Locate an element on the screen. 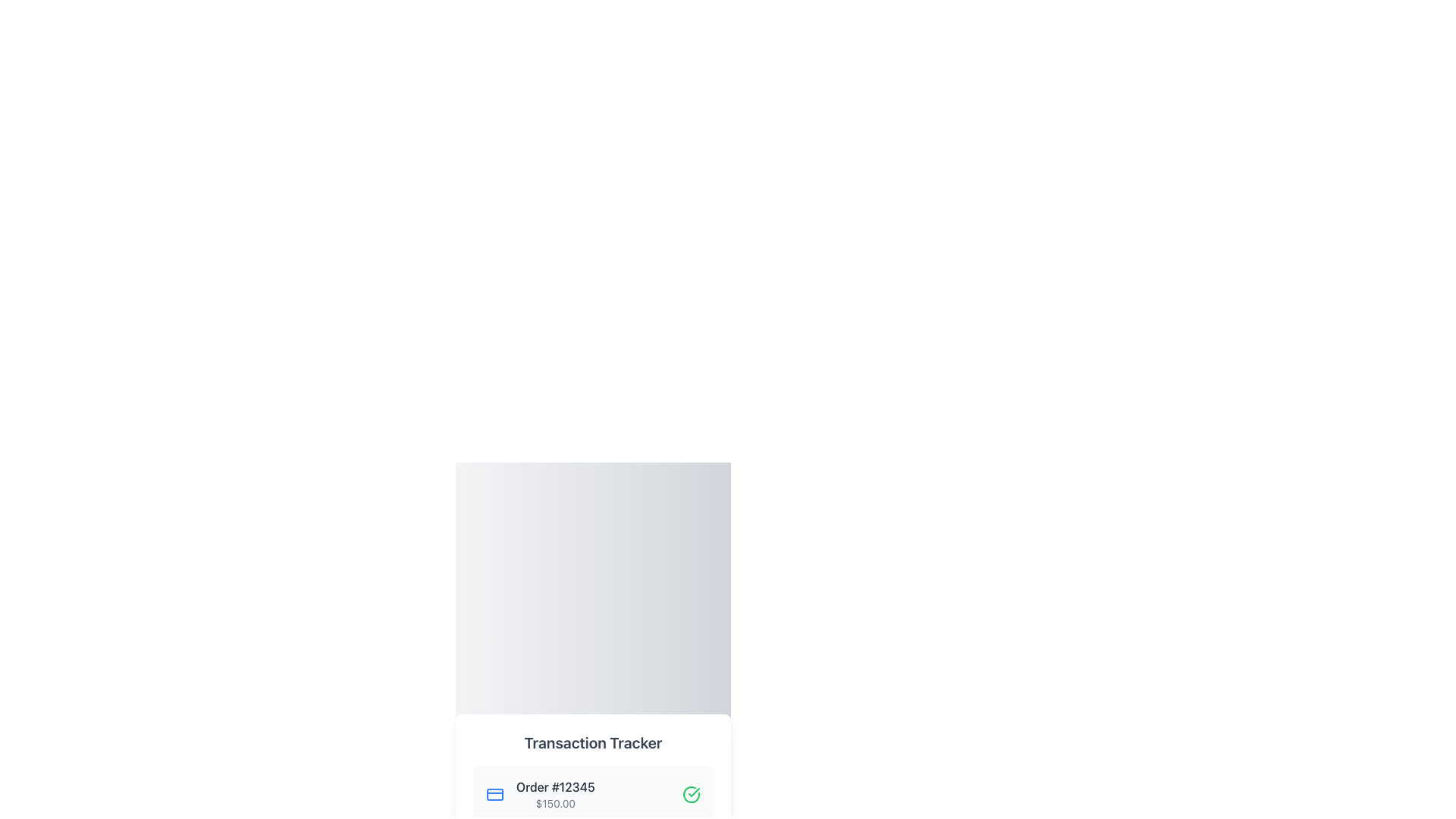  the static Text Display that shows the monetary value associated with 'Order #12345', located directly below the order text is located at coordinates (554, 803).